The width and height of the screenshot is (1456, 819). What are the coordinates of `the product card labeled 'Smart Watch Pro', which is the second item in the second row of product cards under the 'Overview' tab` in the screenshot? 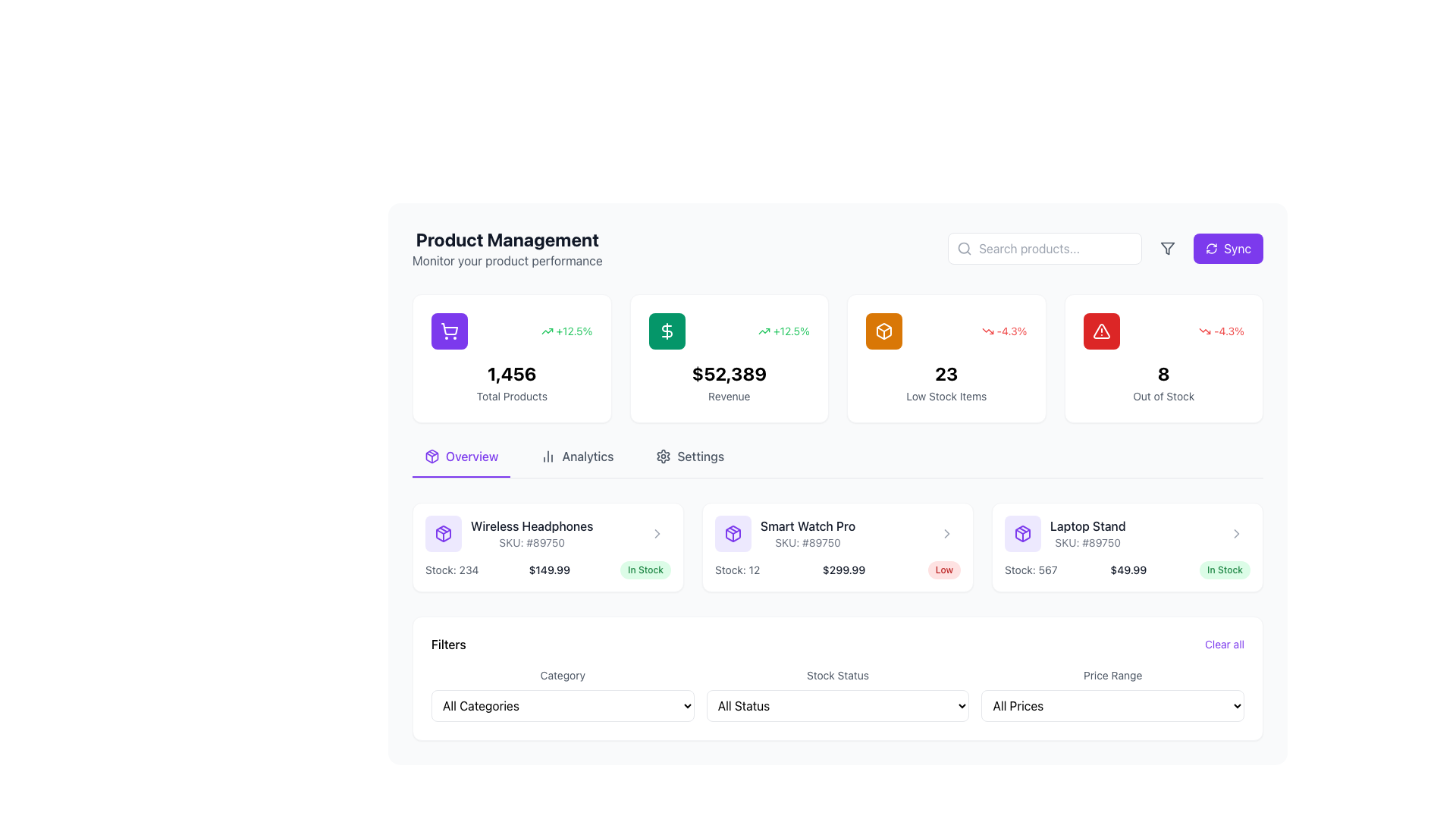 It's located at (785, 533).